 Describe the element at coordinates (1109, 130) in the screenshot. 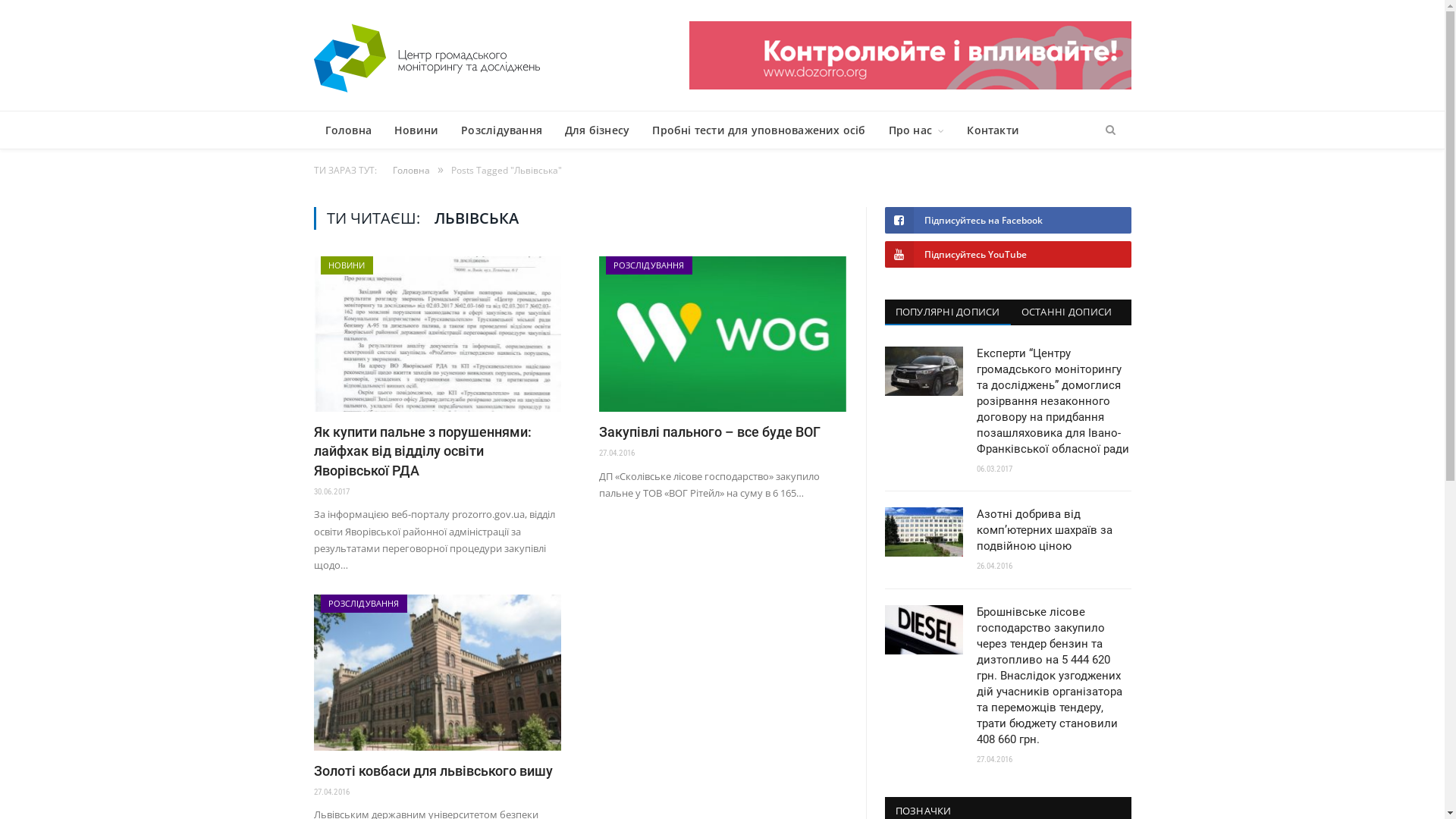

I see `'Search'` at that location.